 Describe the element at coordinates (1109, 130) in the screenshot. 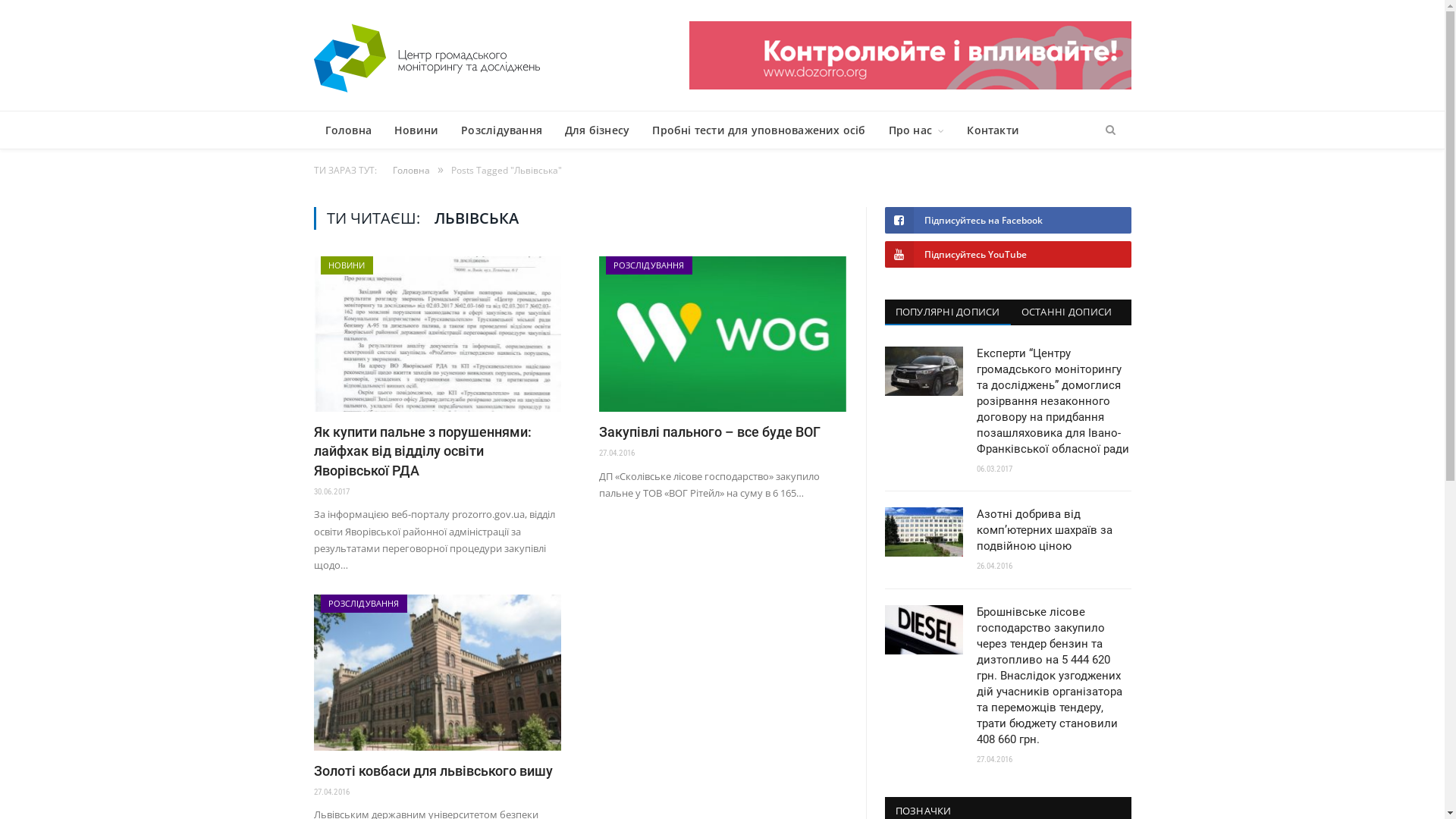

I see `'Search'` at that location.